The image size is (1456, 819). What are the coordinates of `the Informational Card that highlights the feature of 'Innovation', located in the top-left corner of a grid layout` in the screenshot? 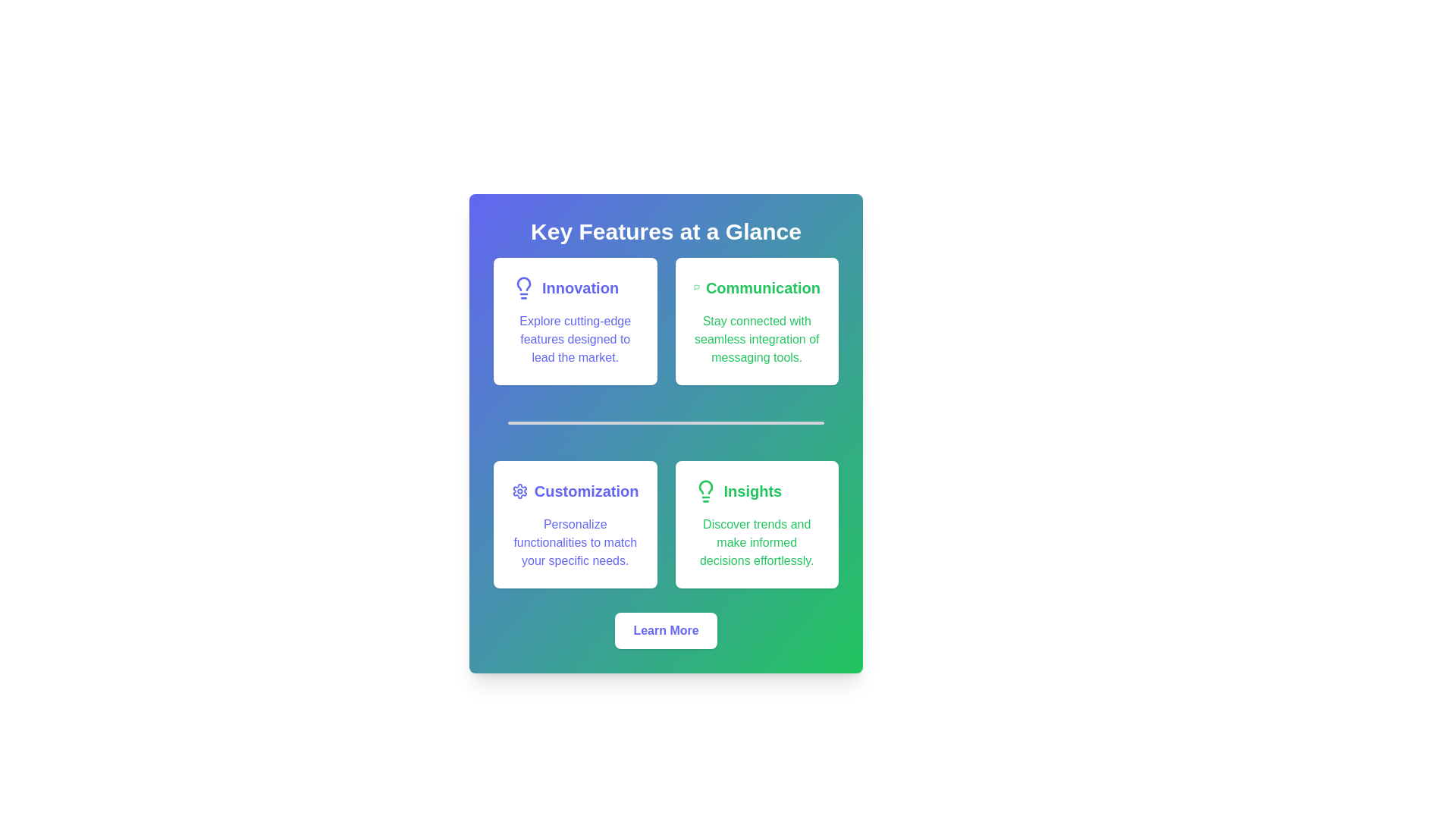 It's located at (574, 321).